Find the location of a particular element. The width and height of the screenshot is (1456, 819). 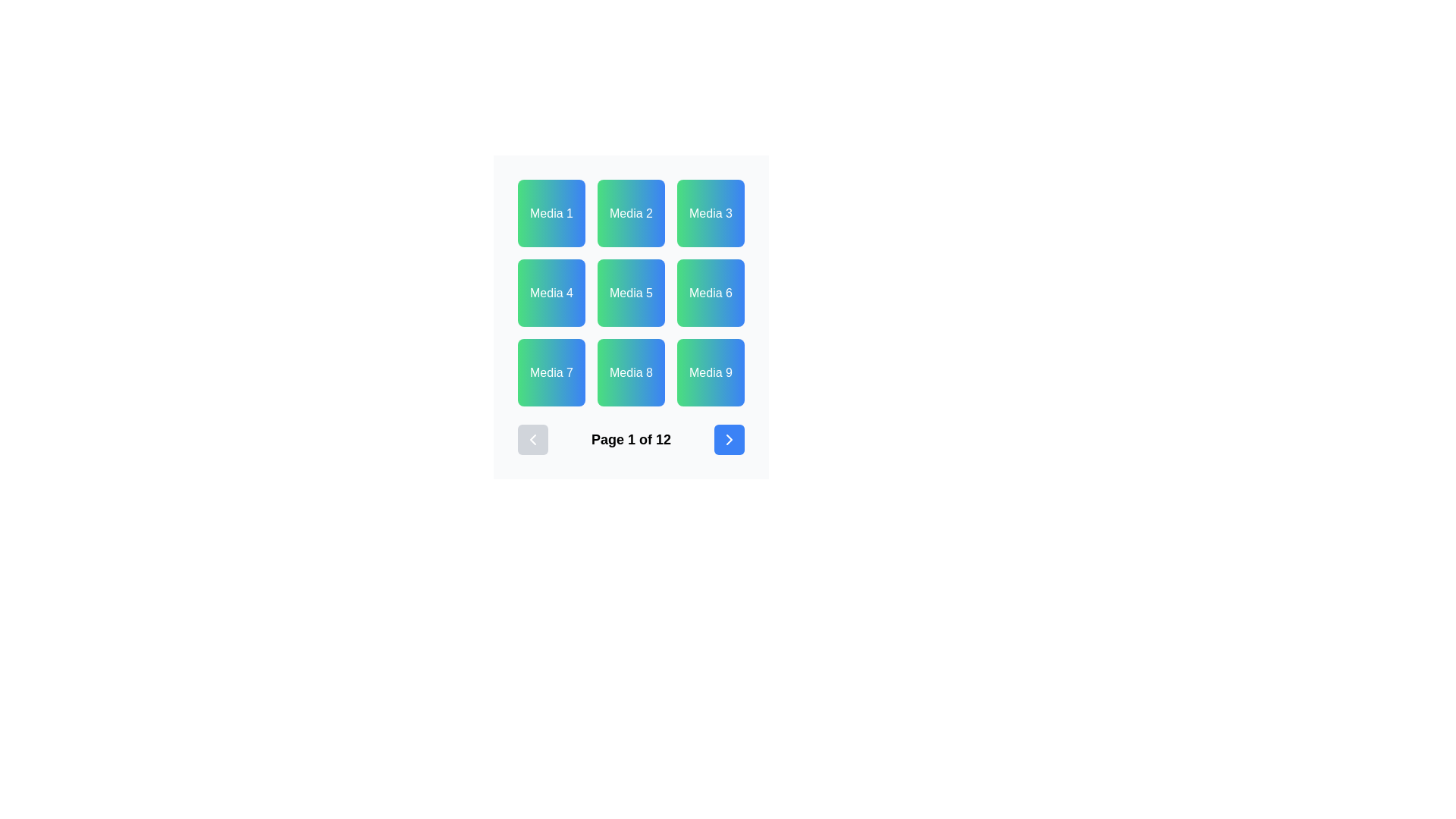

the small chevron-shaped right-pointing arrow icon with a blue background and white stroke located in the bottom right corner of the interface is located at coordinates (729, 439).